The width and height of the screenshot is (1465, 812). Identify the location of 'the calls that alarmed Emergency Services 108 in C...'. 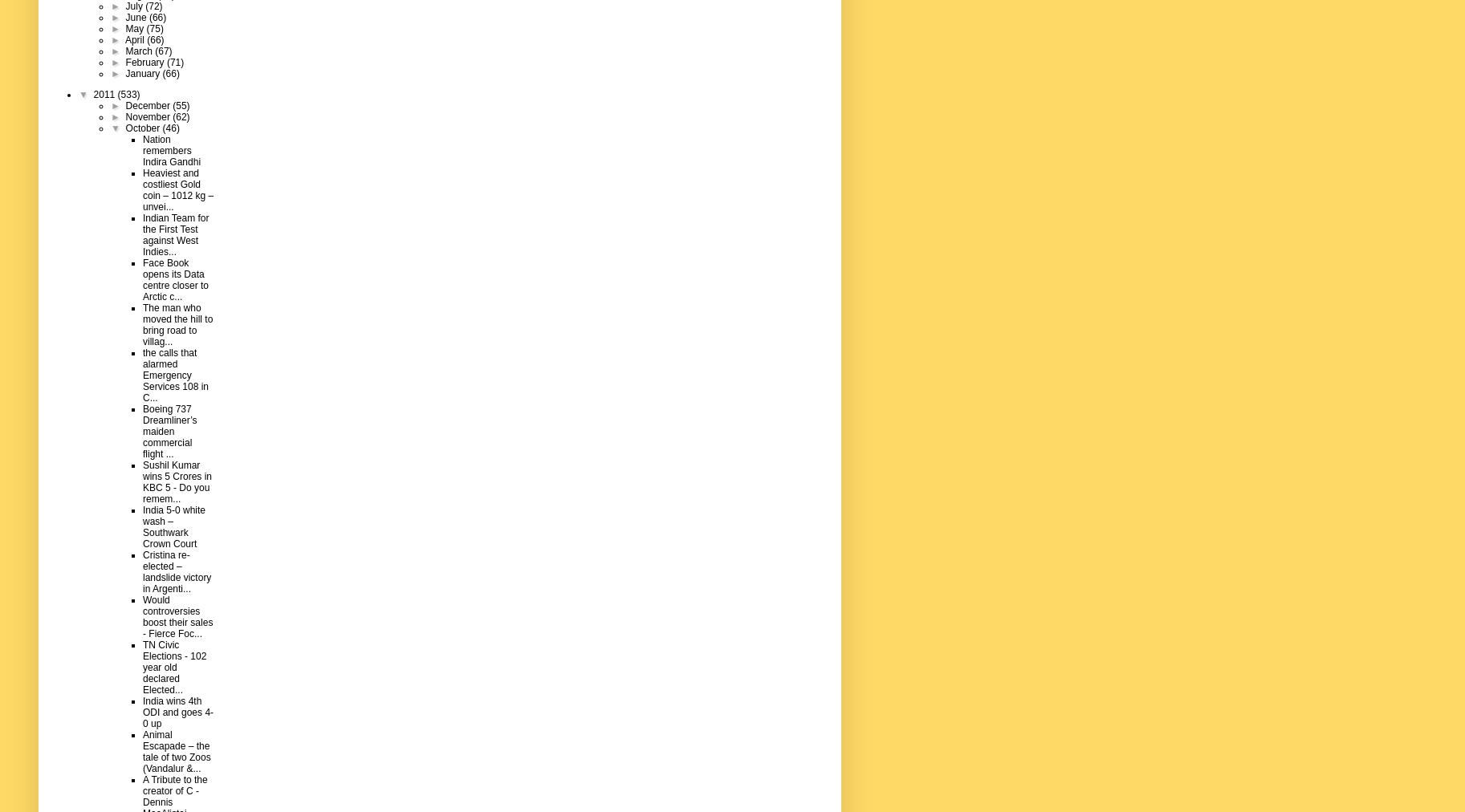
(176, 375).